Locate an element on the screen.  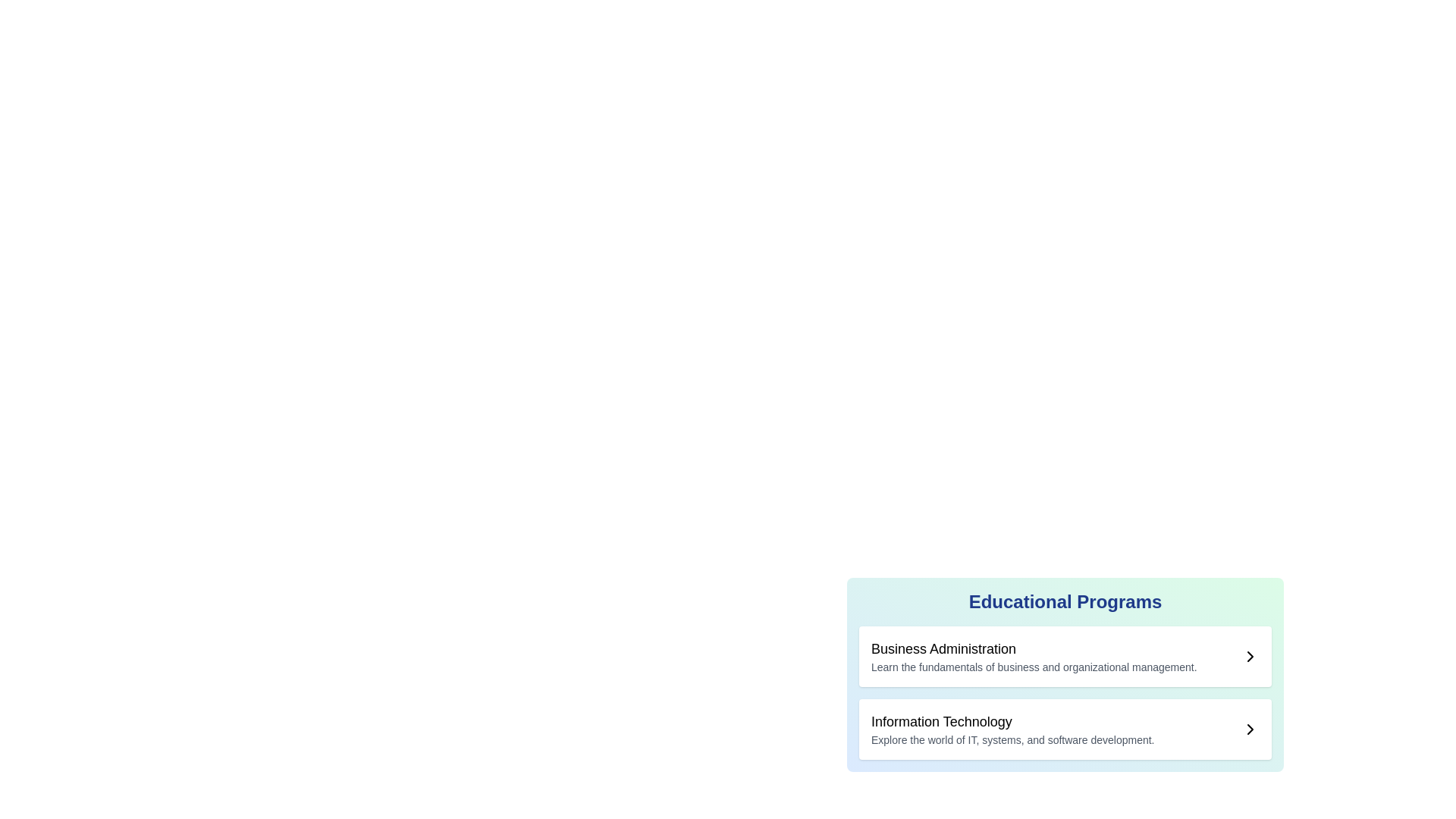
the rightward pointing chevron icon located in the bottom-right corner adjacent to the 'Information Technology' section is located at coordinates (1250, 728).